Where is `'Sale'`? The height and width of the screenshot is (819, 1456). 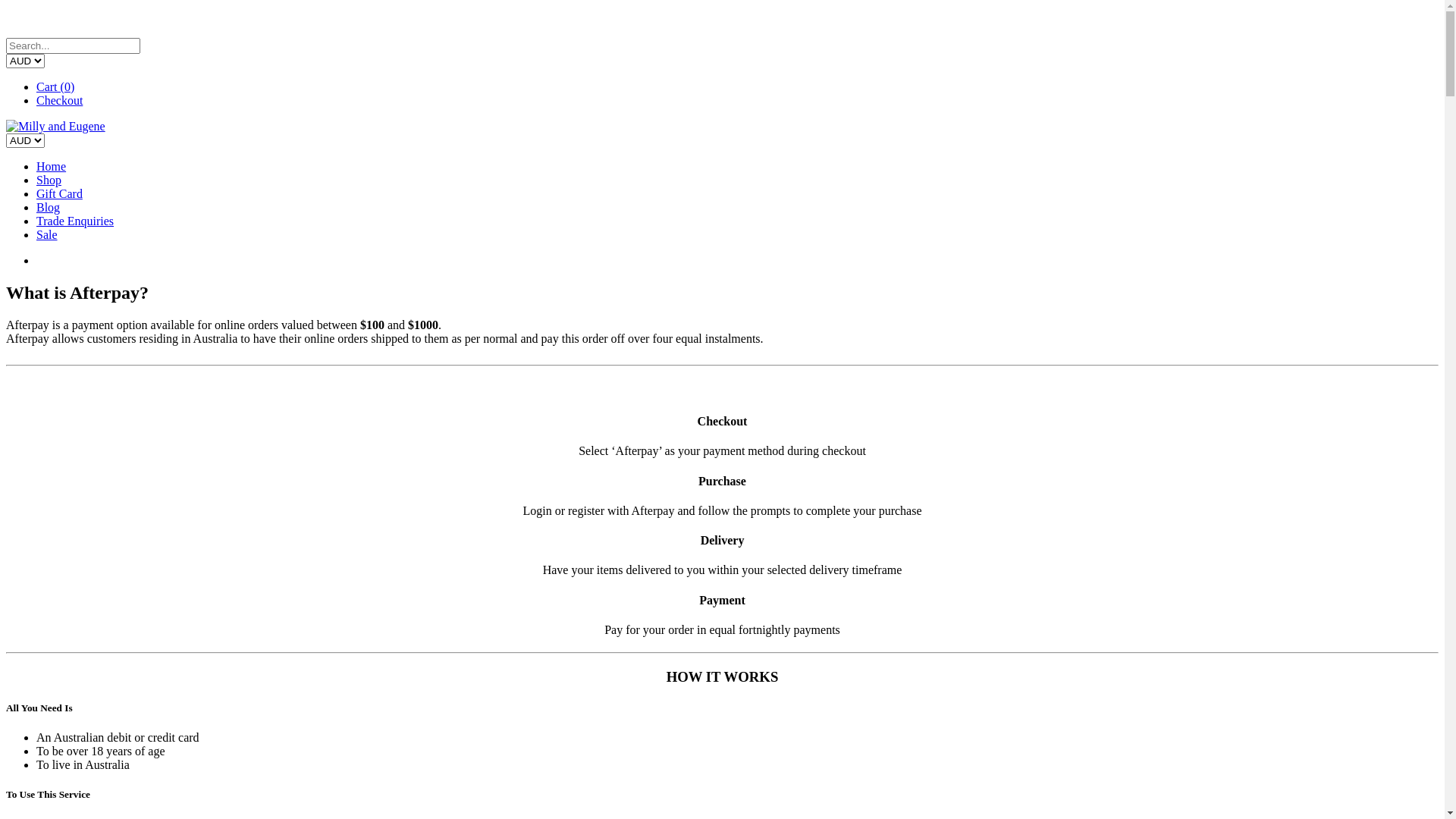
'Sale' is located at coordinates (47, 234).